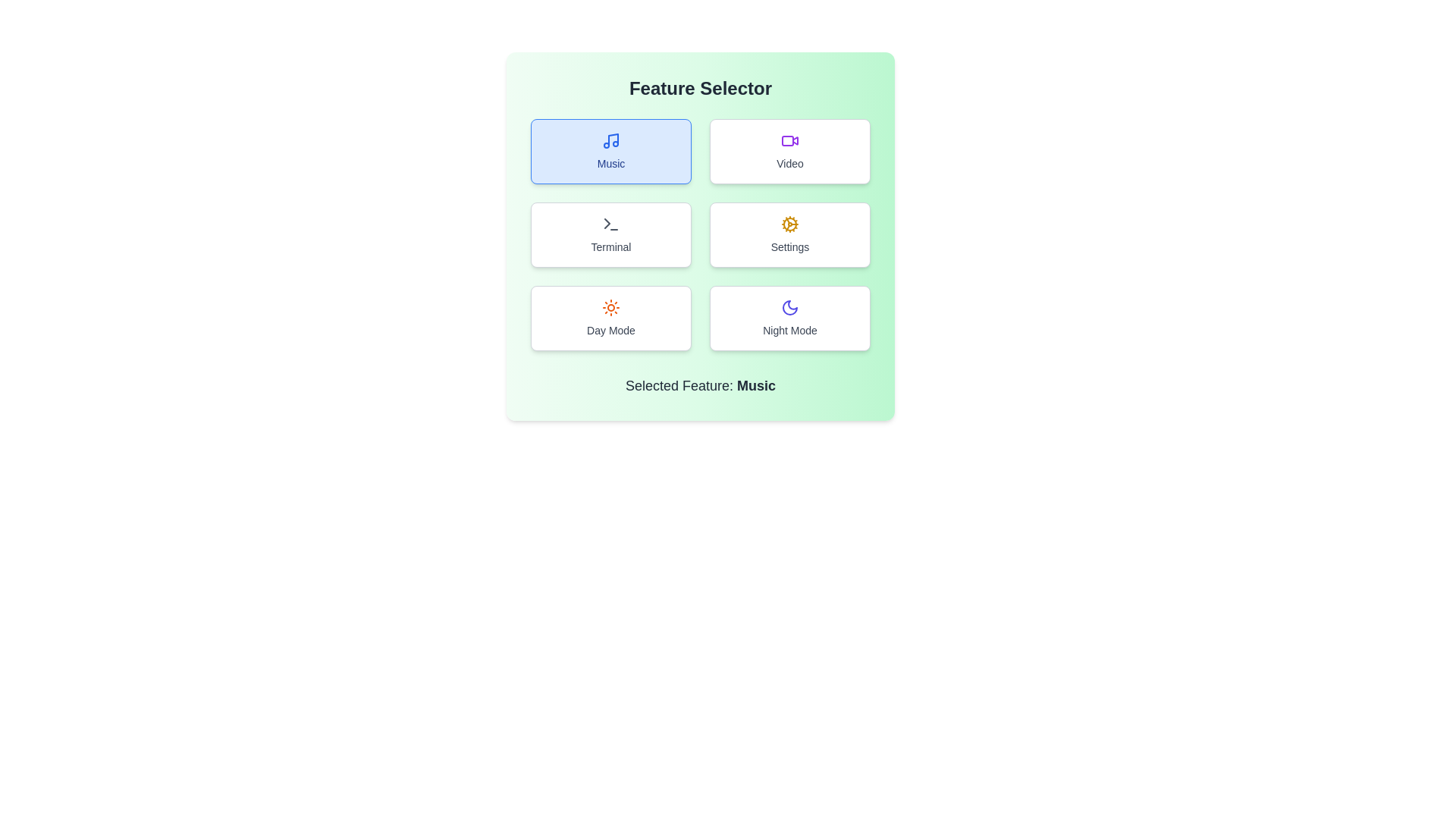 The height and width of the screenshot is (819, 1456). What do you see at coordinates (789, 234) in the screenshot?
I see `the 'Settings' button` at bounding box center [789, 234].